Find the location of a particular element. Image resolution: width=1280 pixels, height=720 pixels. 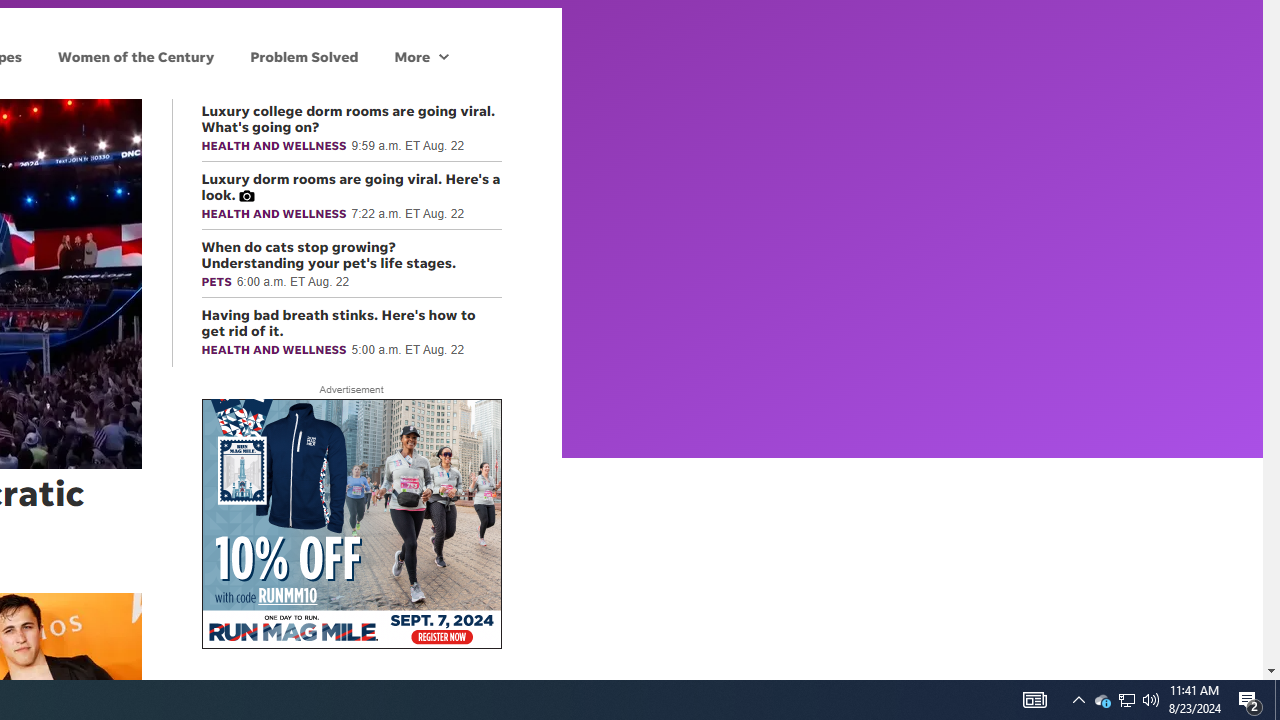

'Problem Solved' is located at coordinates (303, 55).